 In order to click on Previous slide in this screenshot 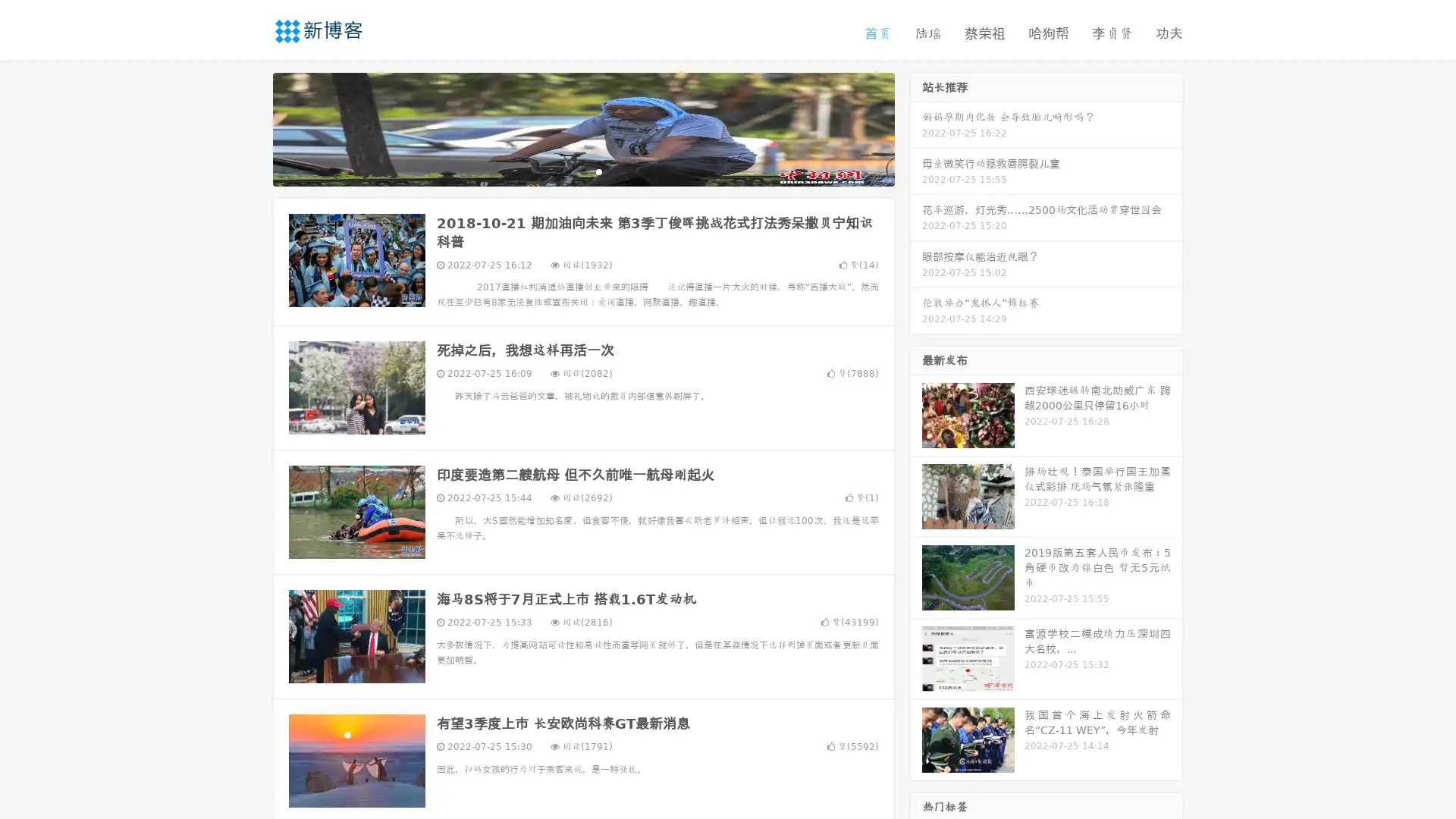, I will do `click(250, 127)`.